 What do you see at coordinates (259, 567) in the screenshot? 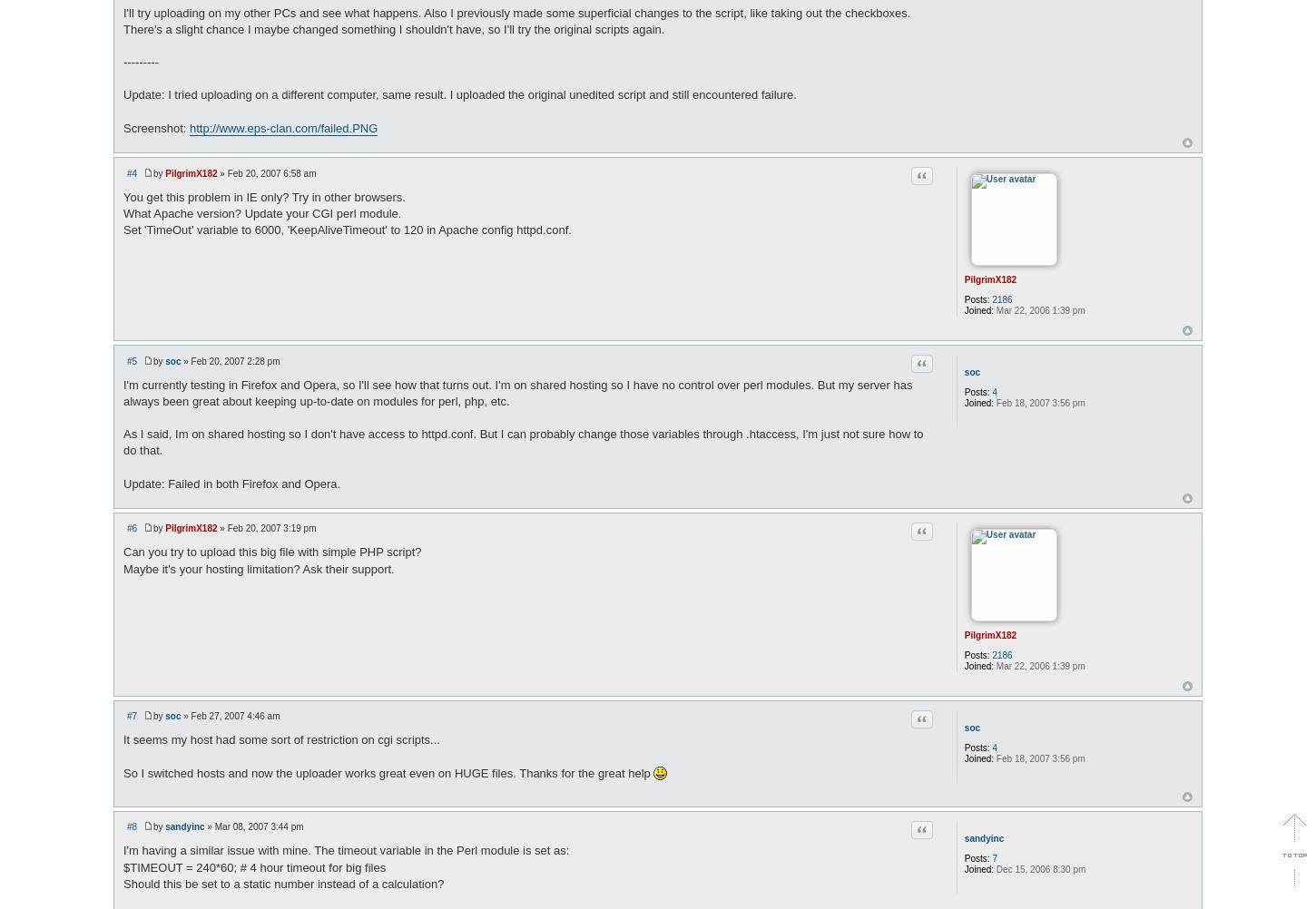
I see `'Maybe it's your hosting limitation? Ask their support.'` at bounding box center [259, 567].